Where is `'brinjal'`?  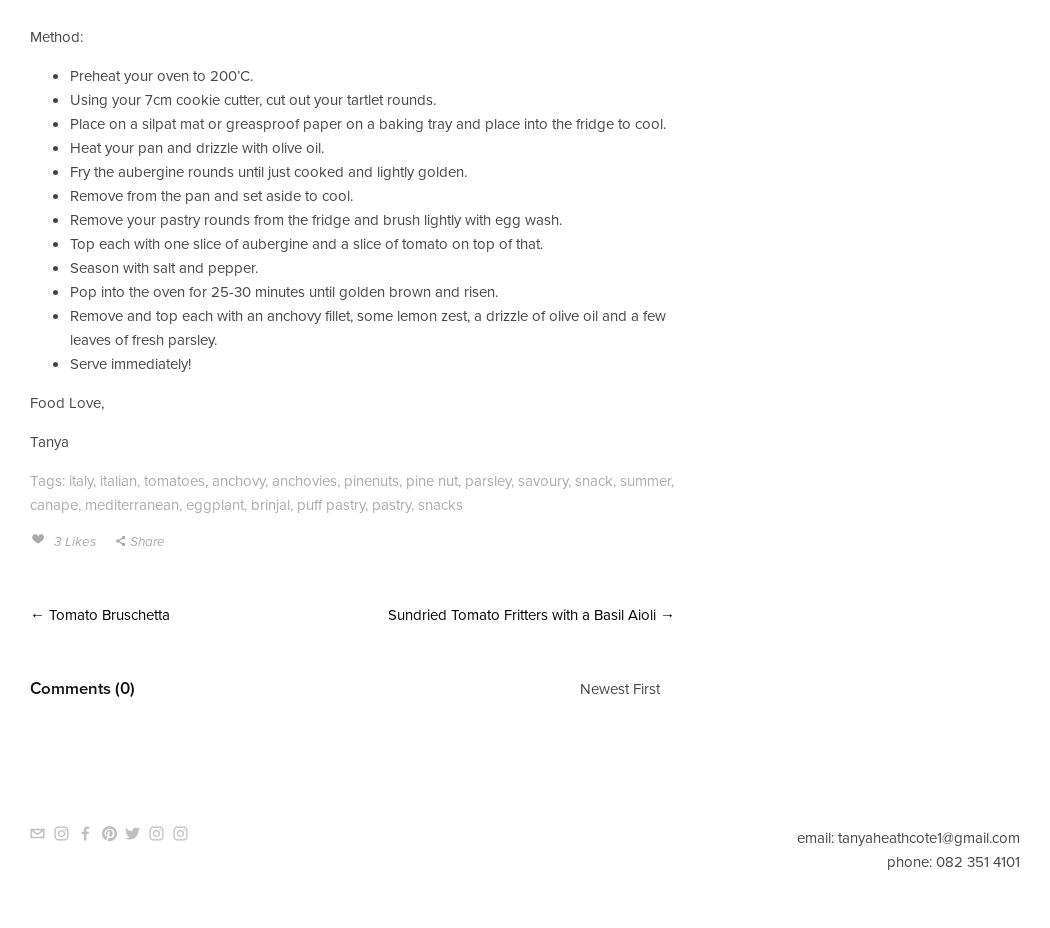
'brinjal' is located at coordinates (269, 502).